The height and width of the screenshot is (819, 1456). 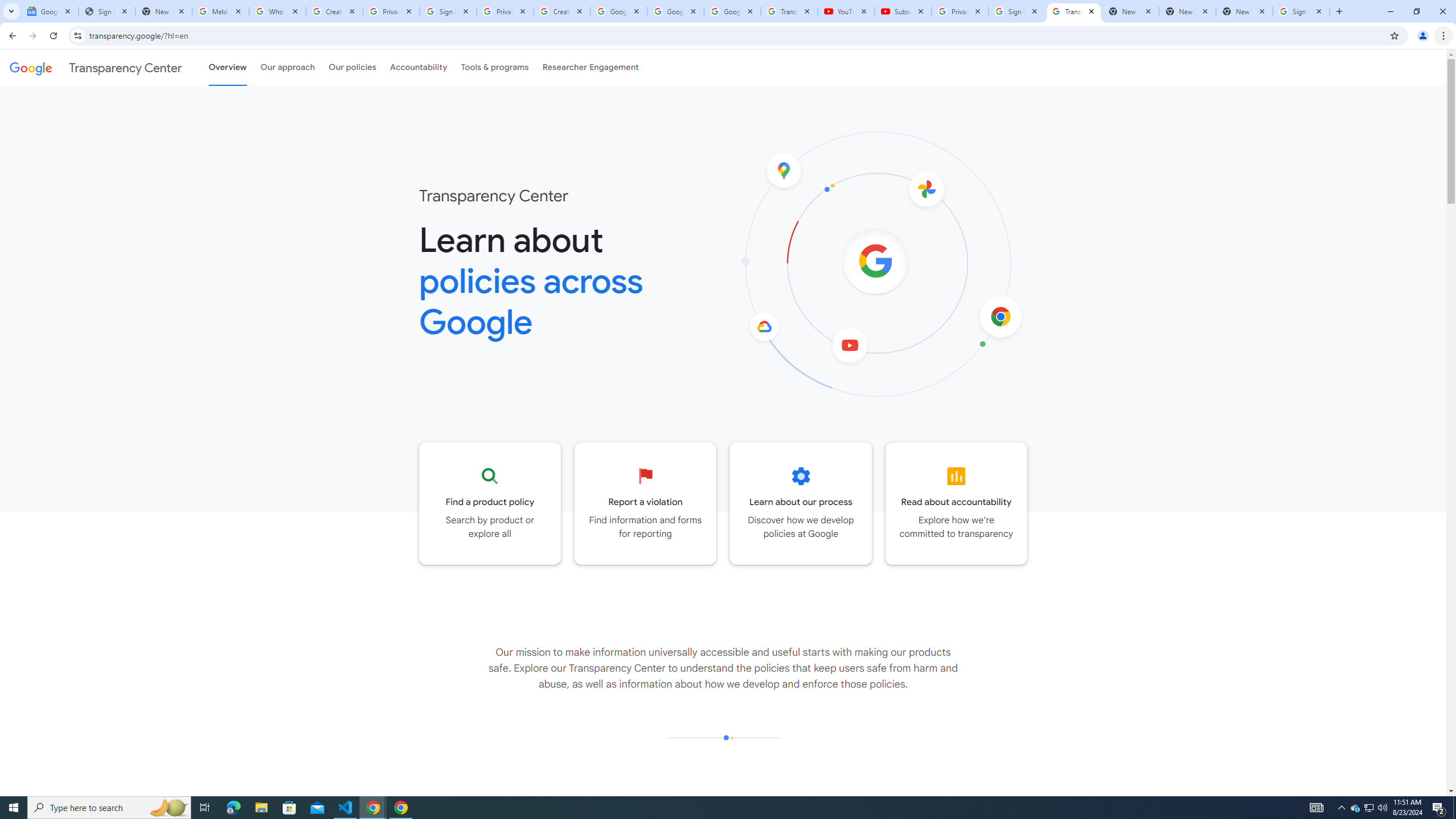 I want to click on 'Go to the Accountability page', so click(x=955, y=503).